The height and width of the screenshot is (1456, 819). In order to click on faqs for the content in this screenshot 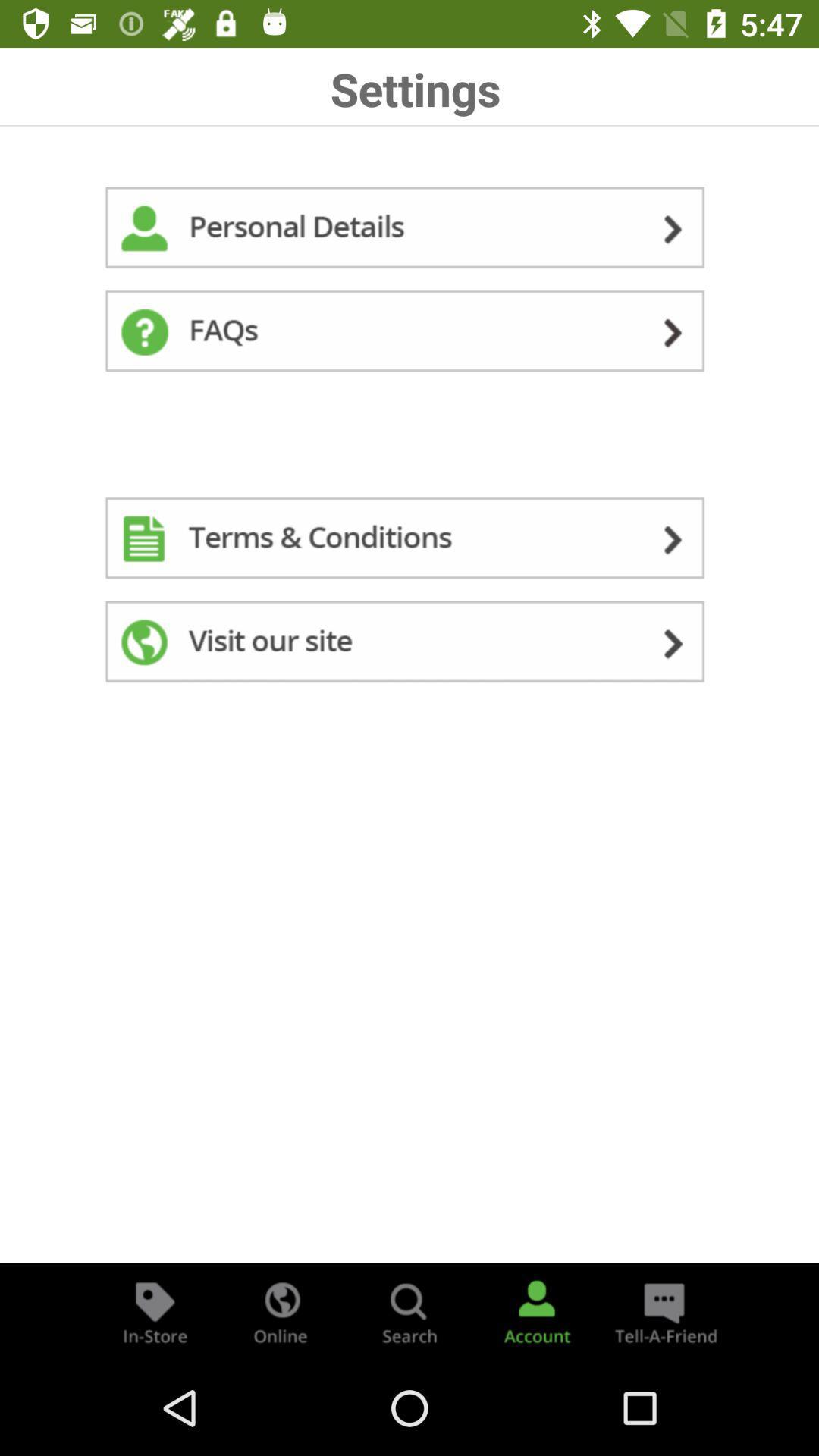, I will do `click(409, 334)`.